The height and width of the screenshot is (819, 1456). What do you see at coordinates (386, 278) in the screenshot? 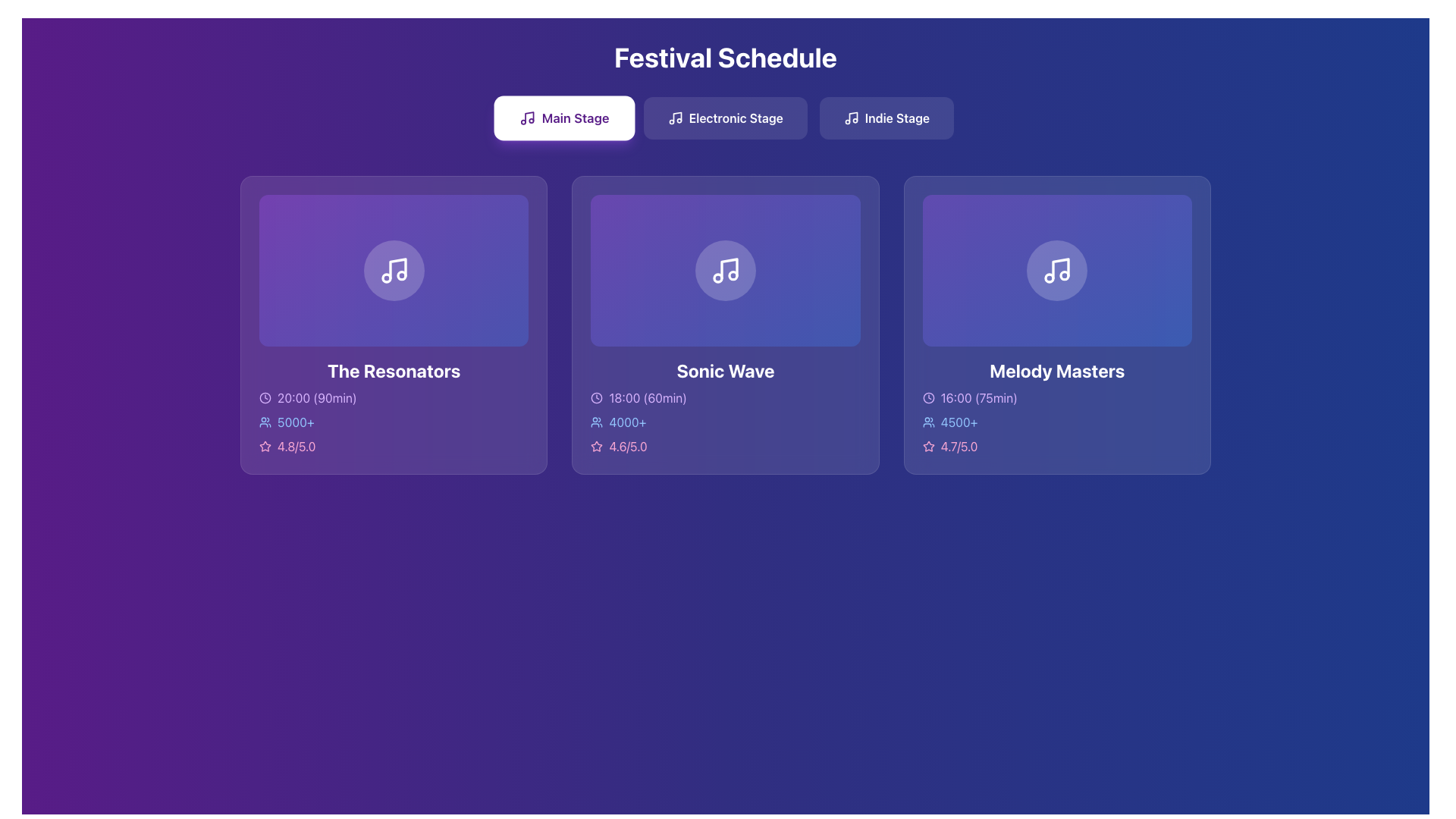
I see `the leftmost circle within the SVG music note icon on the first card labeled 'The Resonators'` at bounding box center [386, 278].